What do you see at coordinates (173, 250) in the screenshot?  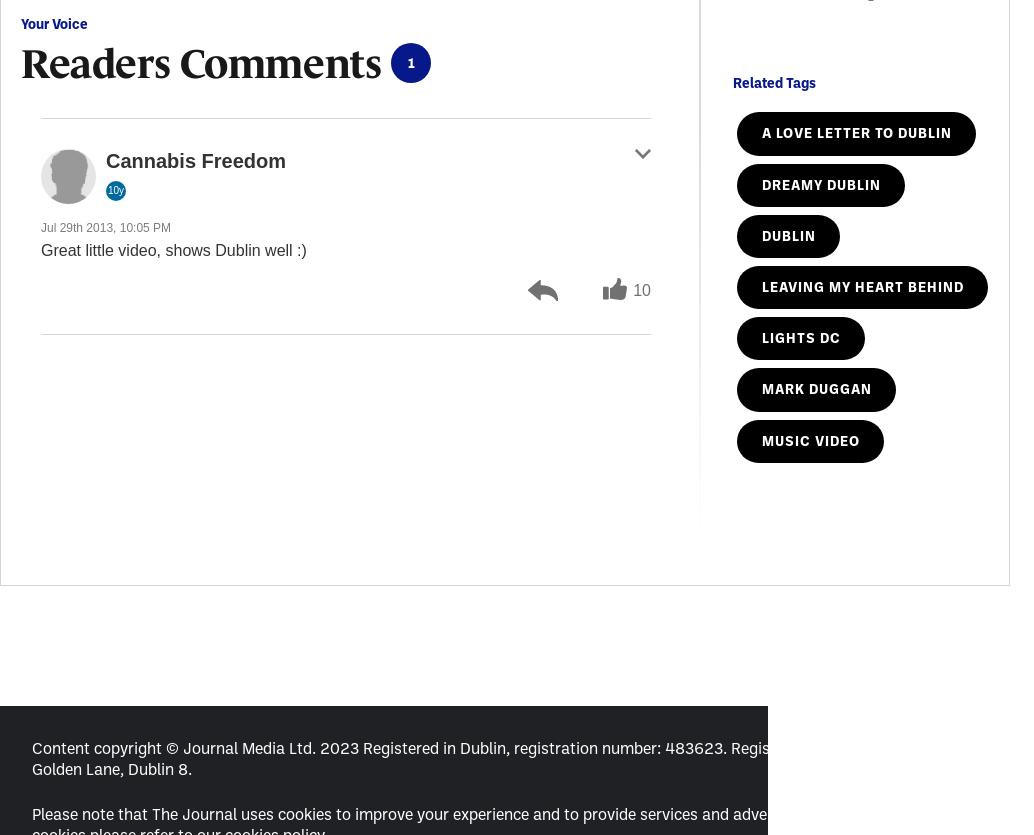 I see `'Great little video, shows Dublin well :)'` at bounding box center [173, 250].